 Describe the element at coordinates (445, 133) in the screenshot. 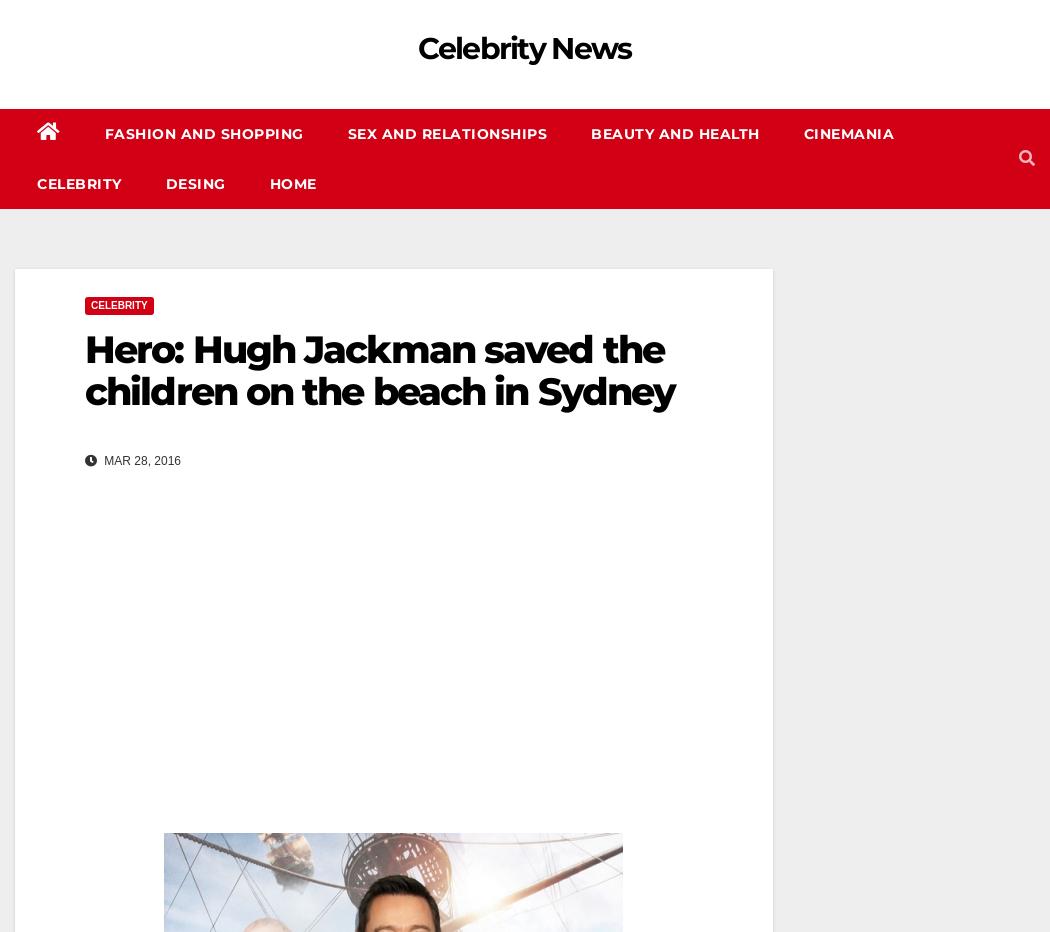

I see `'SEX AND RELATIONSHIPS'` at that location.